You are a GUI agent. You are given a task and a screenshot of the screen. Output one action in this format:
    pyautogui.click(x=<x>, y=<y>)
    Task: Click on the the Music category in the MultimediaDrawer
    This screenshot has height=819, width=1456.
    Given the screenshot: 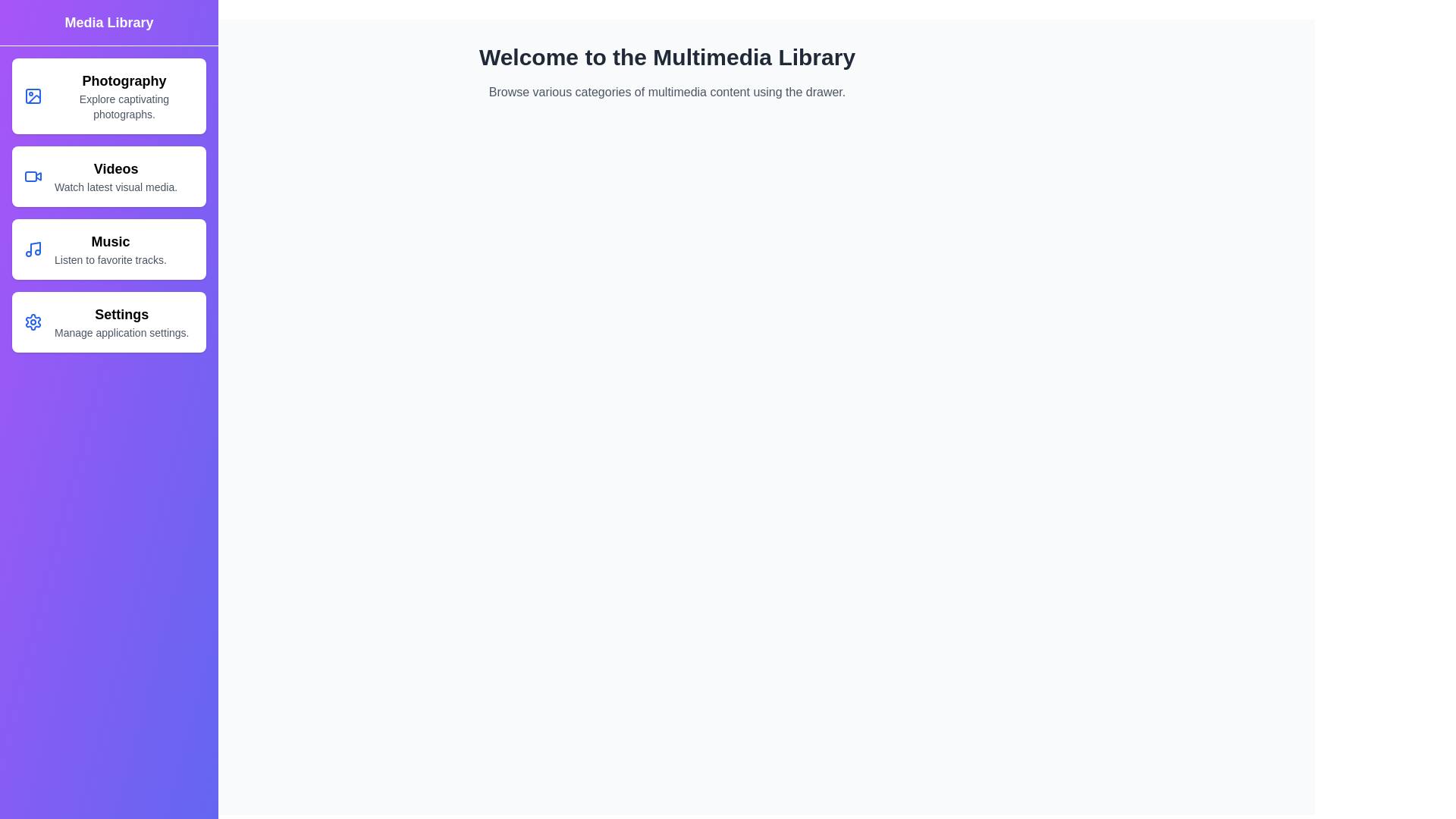 What is the action you would take?
    pyautogui.click(x=108, y=248)
    